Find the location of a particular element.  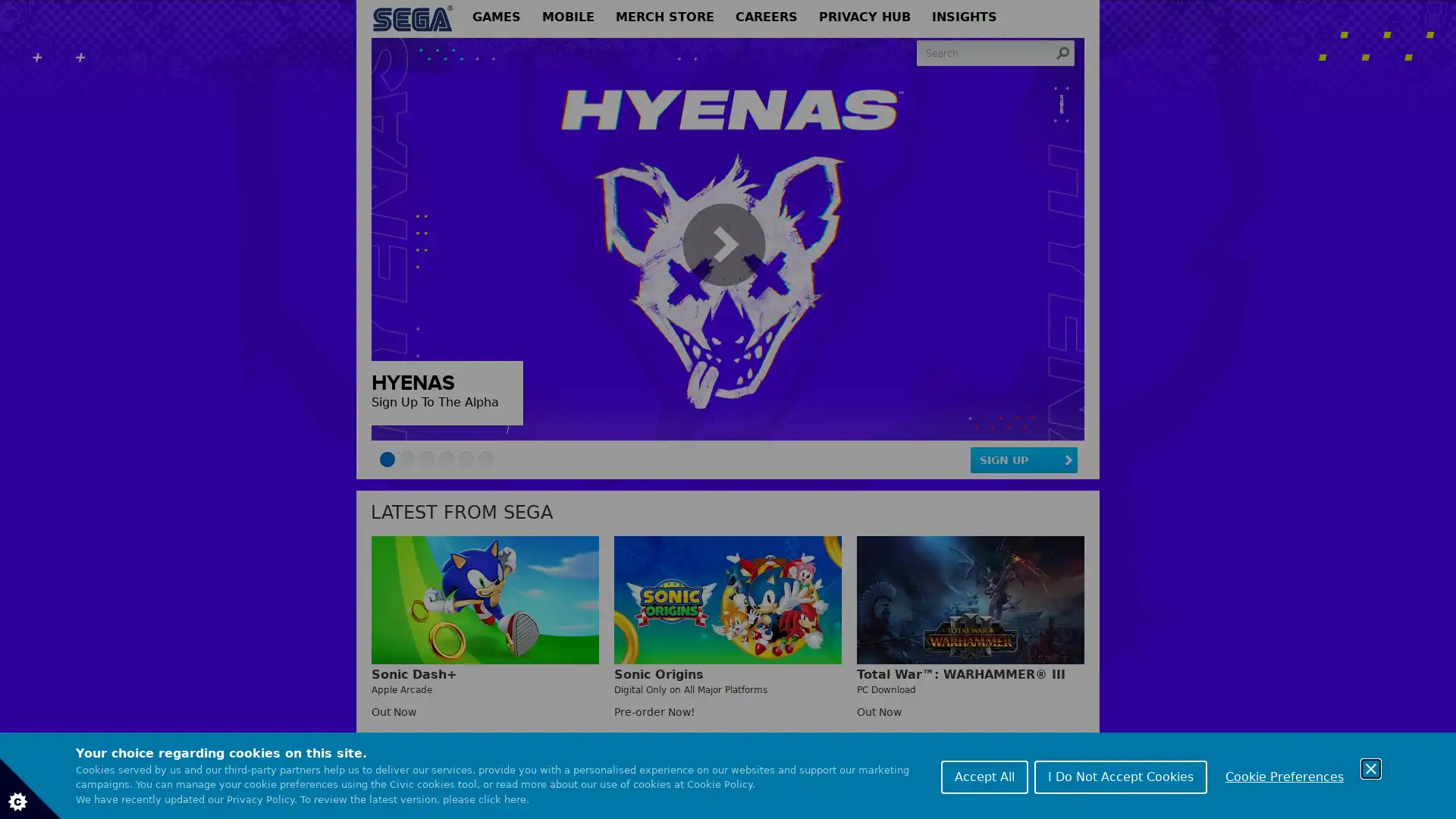

Accept All is located at coordinates (984, 776).